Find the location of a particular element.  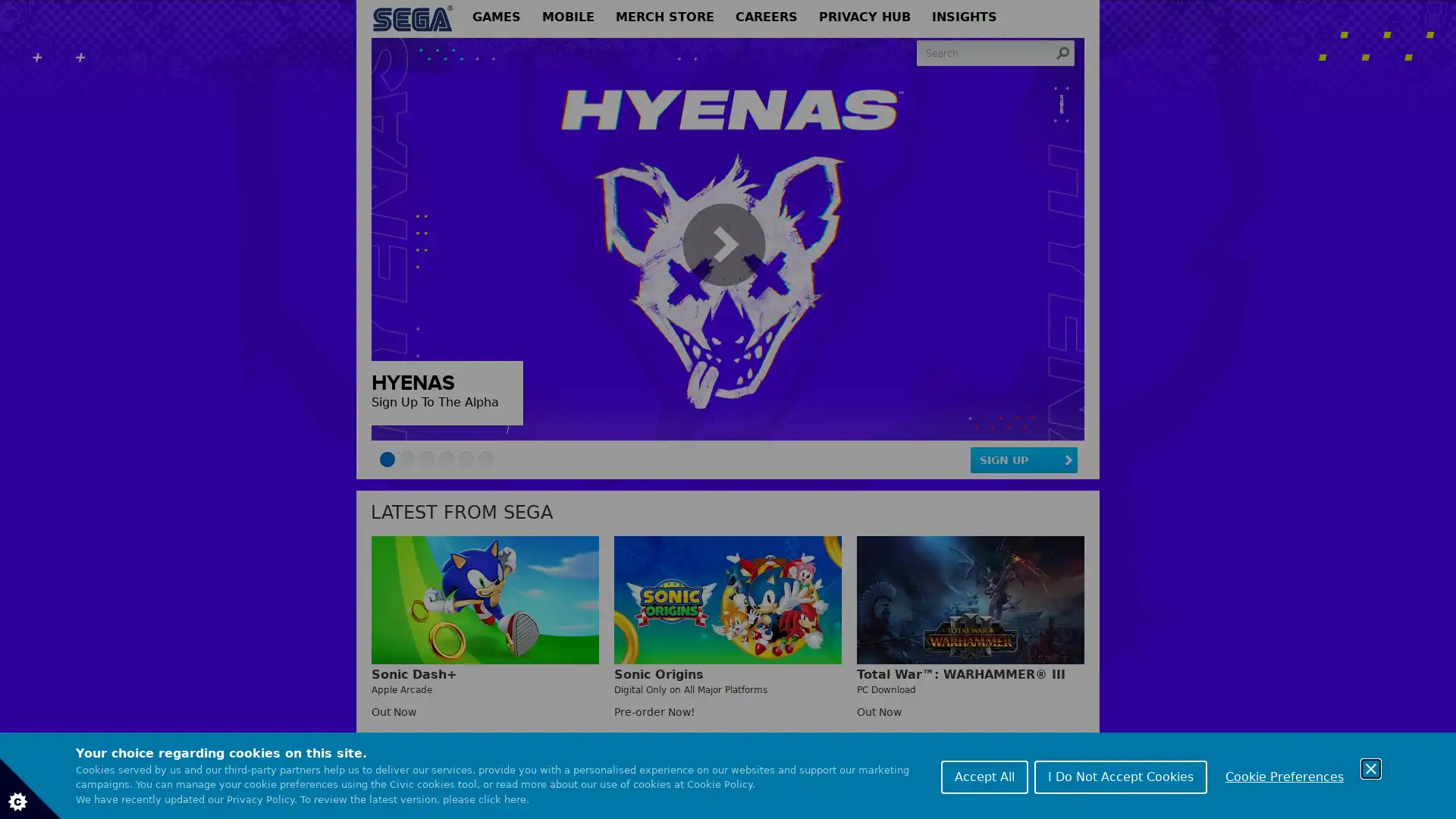

Accept All is located at coordinates (984, 776).